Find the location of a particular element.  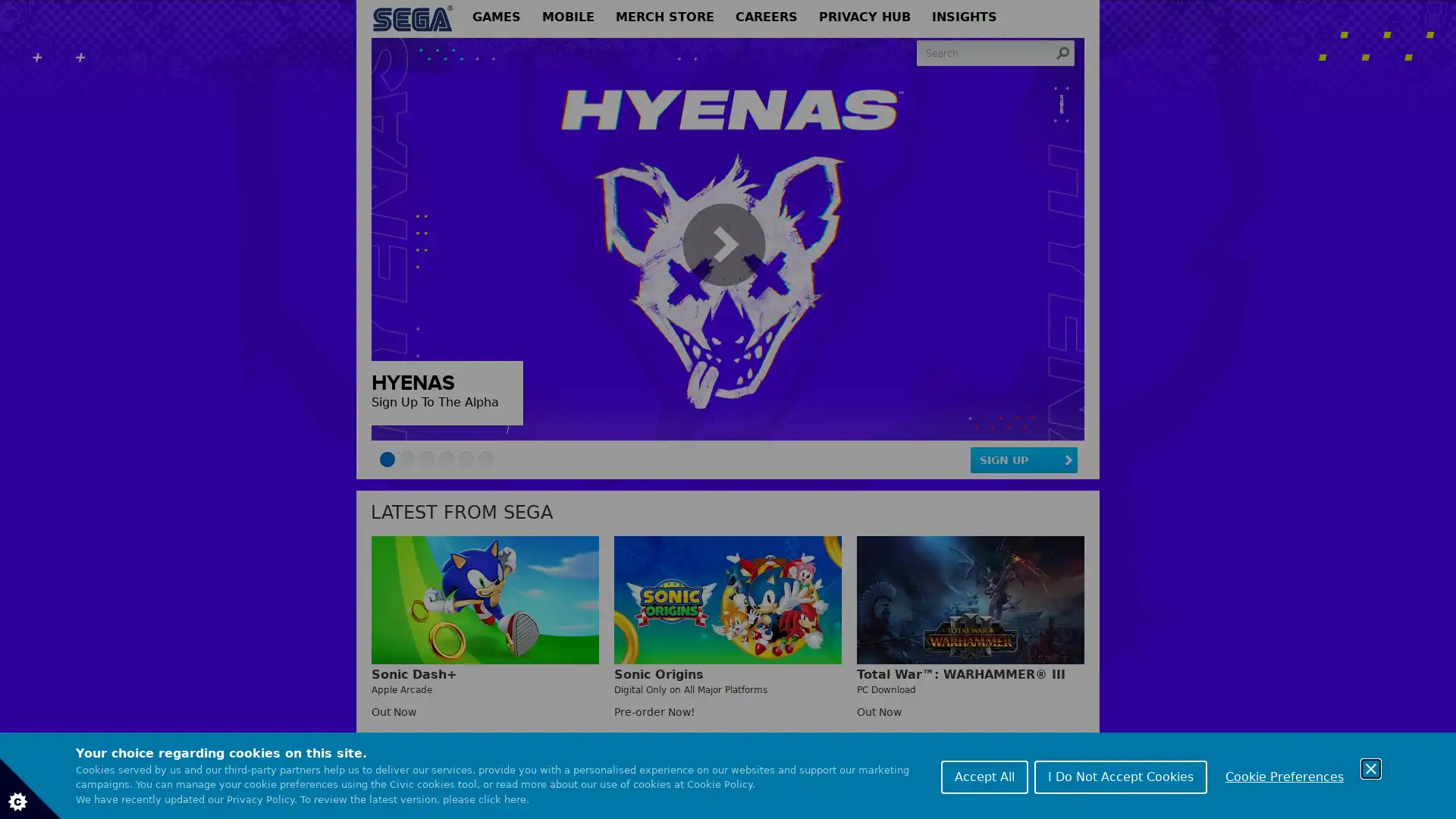

Accept All is located at coordinates (984, 776).